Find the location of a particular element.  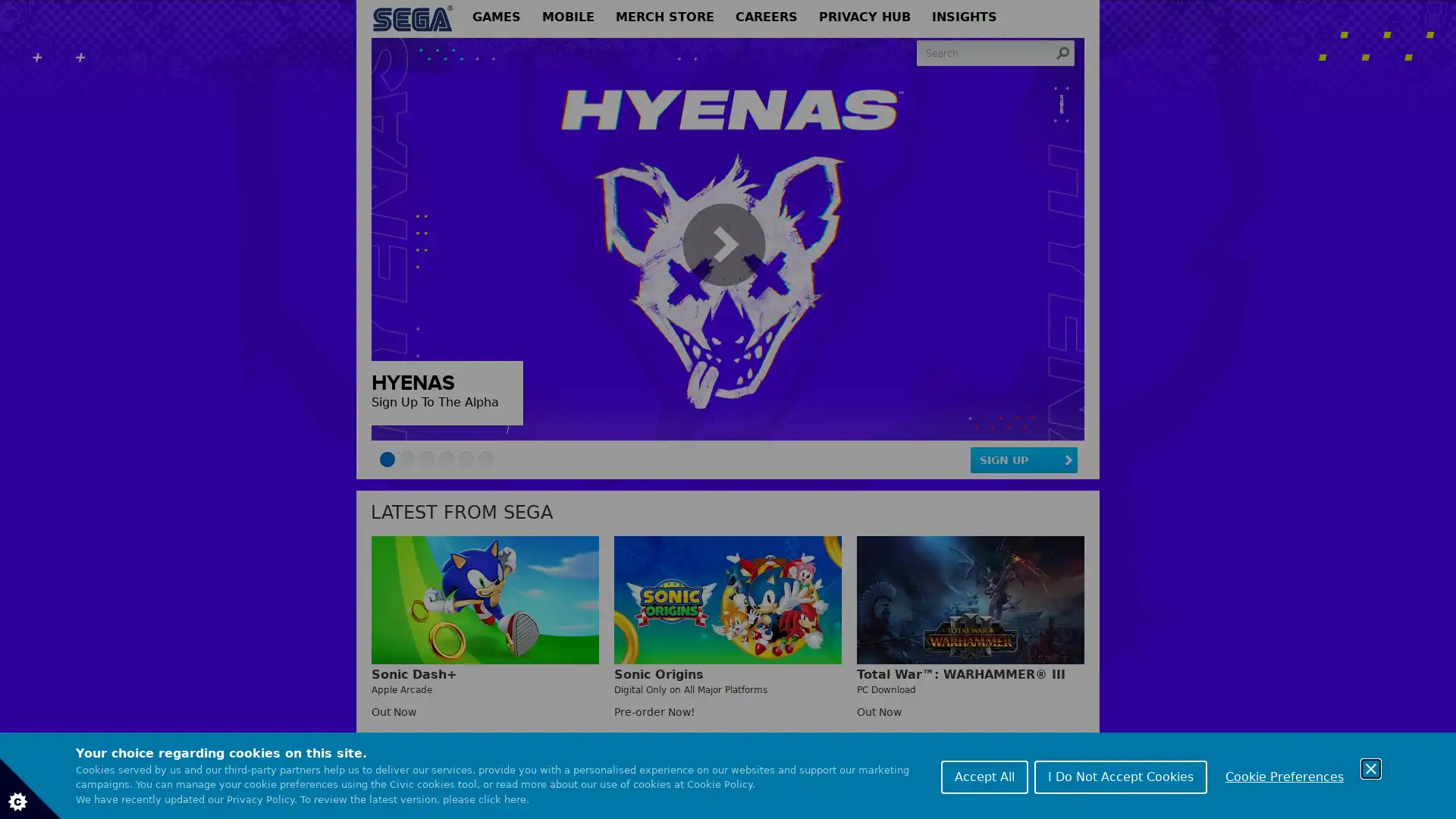

Accept All is located at coordinates (984, 776).